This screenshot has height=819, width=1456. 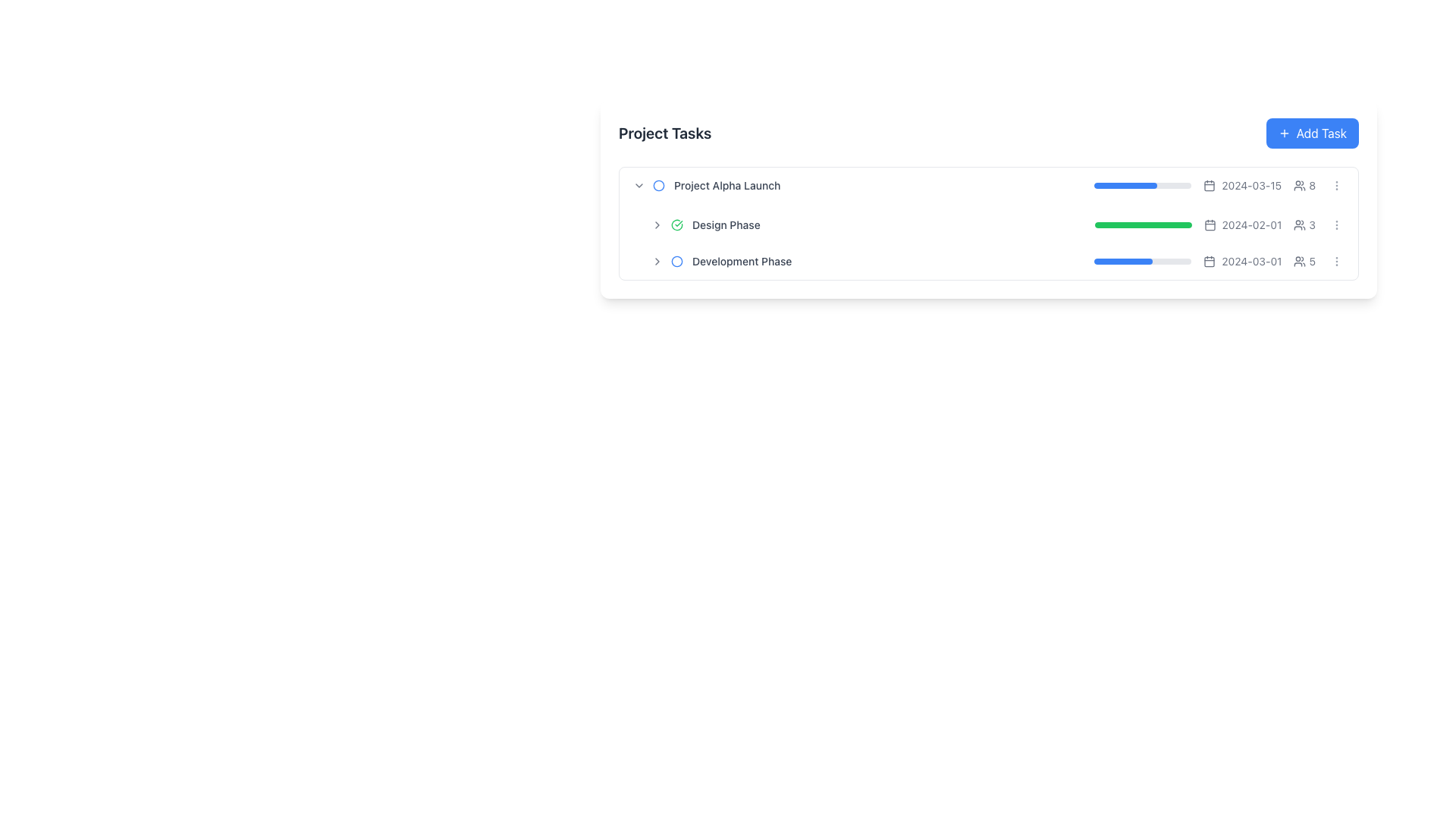 I want to click on label 'Project Alpha Launch' which is styled in a small, medium-weight gray font and located in the first row of the task list interface, aligned to the right of a circular status icon, so click(x=726, y=185).